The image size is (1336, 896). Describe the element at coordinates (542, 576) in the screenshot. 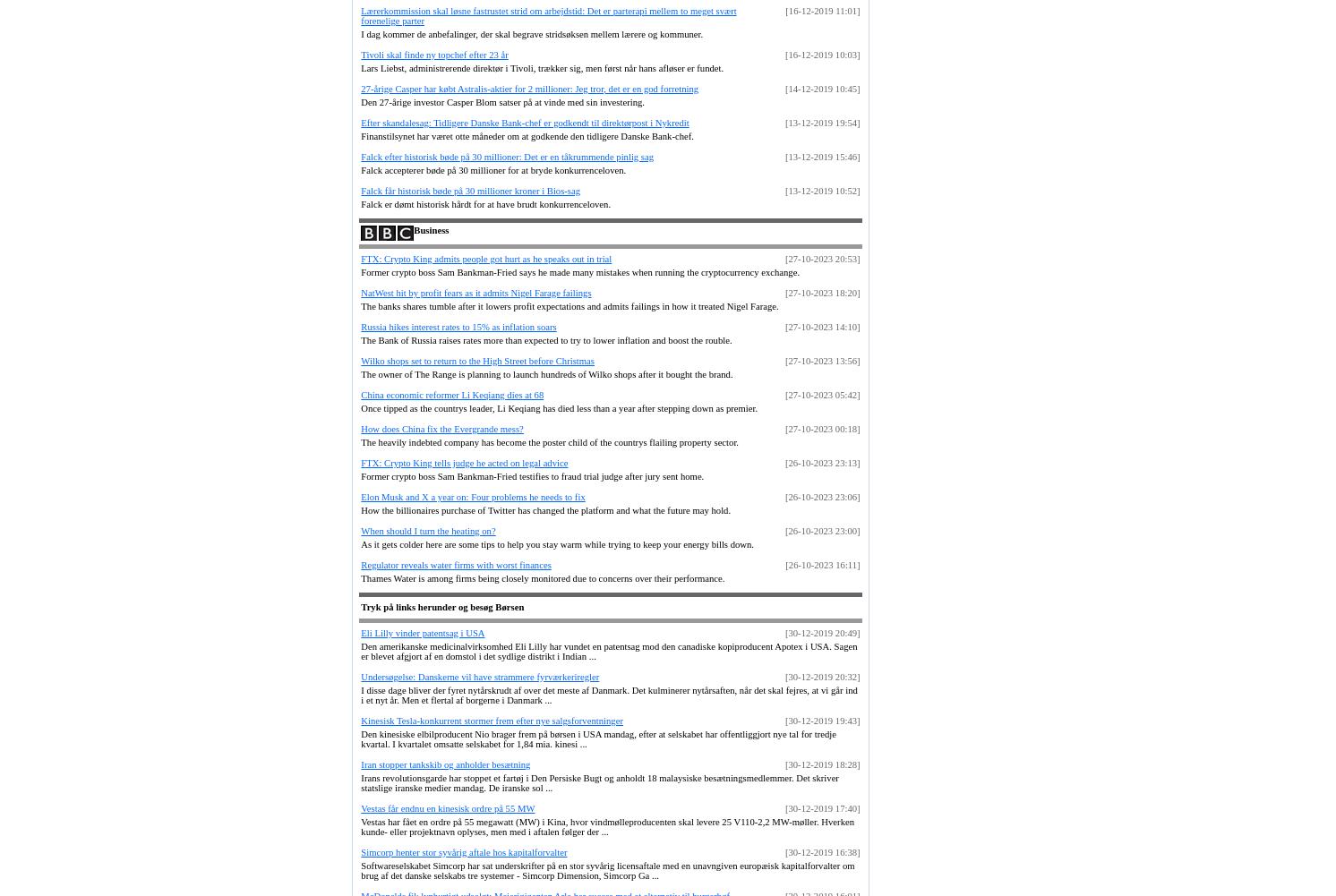

I see `'Thames Water is among firms being closely monitored due to concerns over their performance.'` at that location.